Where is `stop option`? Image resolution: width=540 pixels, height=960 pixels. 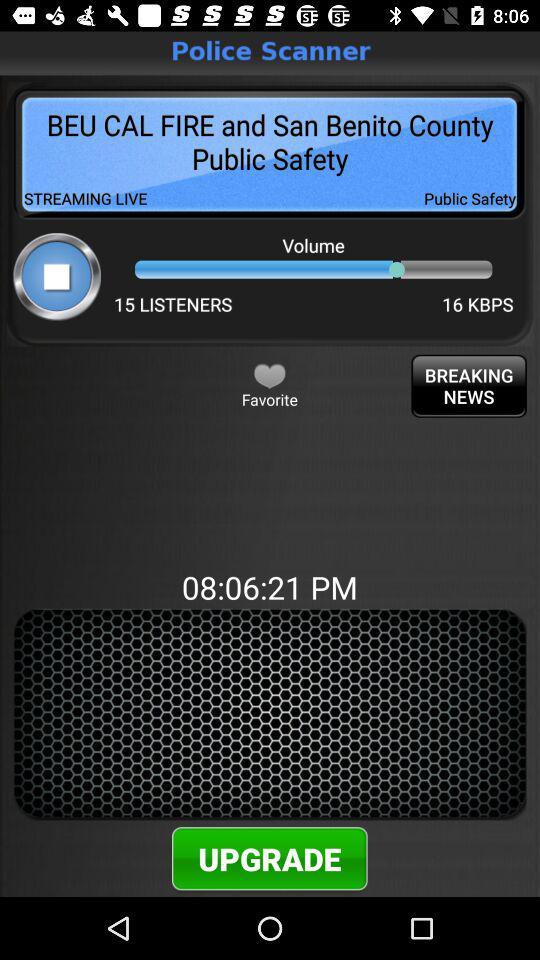 stop option is located at coordinates (57, 275).